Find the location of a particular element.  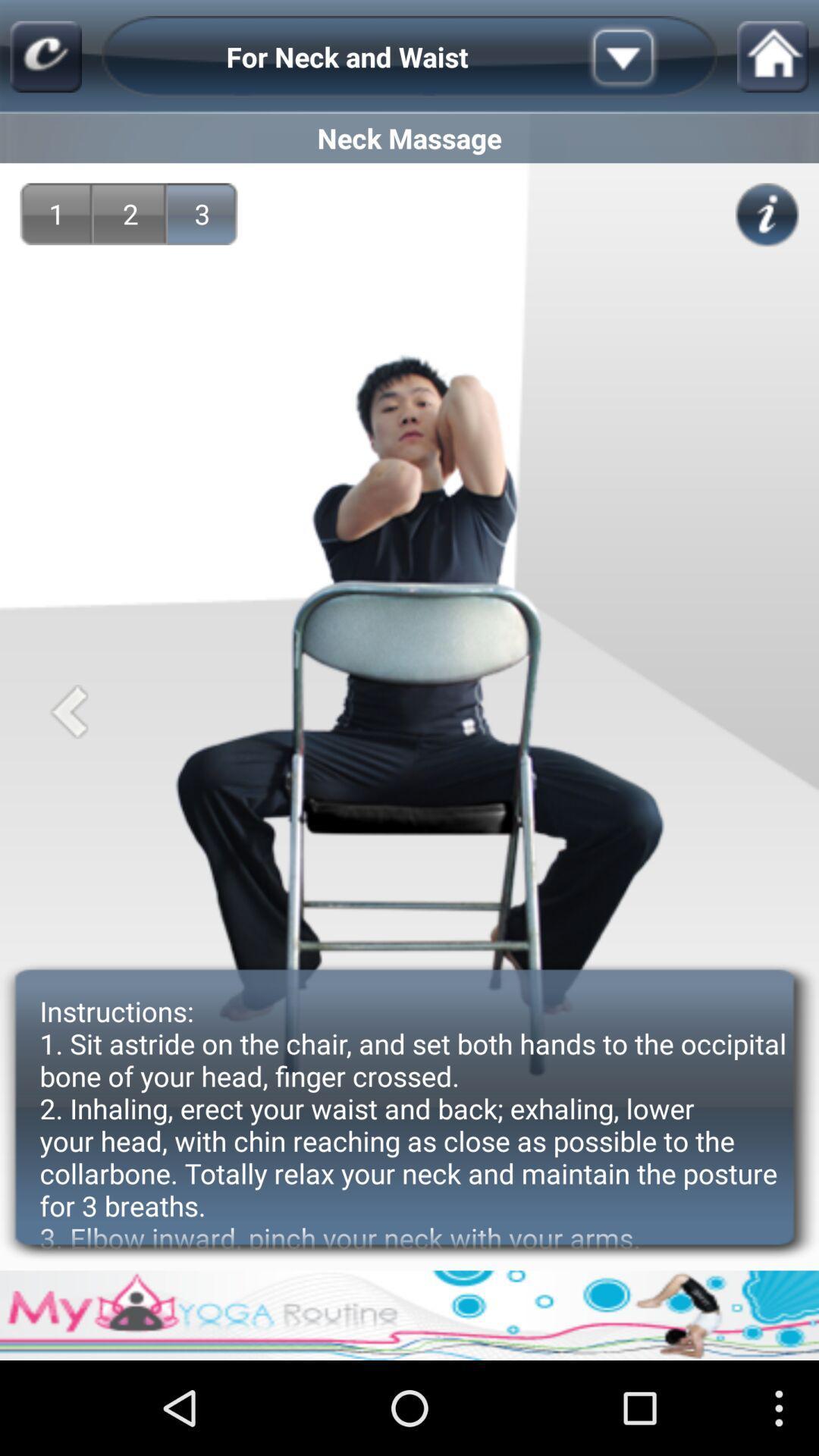

down button is located at coordinates (647, 57).